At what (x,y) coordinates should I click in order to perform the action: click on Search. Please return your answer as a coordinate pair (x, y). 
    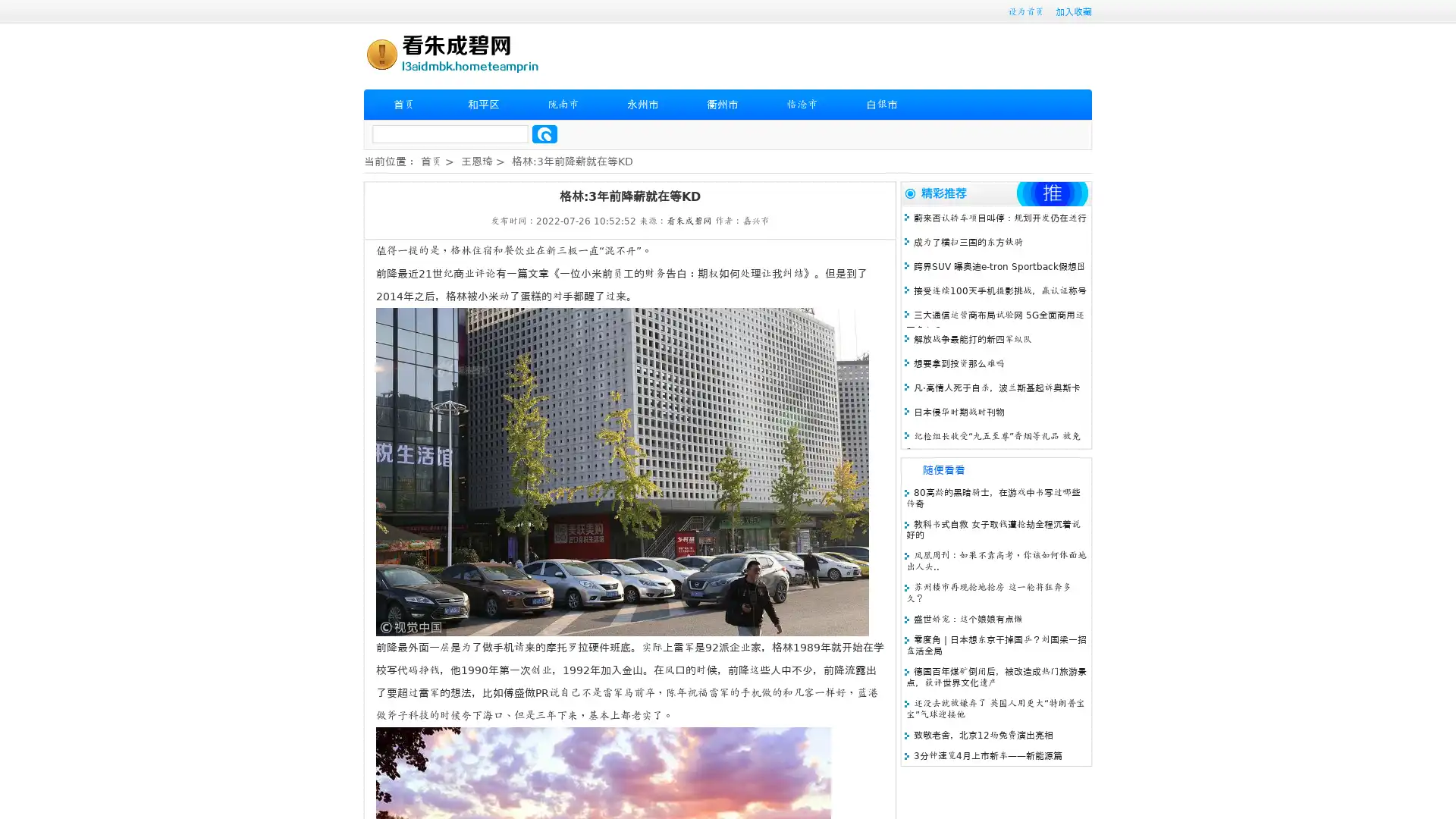
    Looking at the image, I should click on (544, 133).